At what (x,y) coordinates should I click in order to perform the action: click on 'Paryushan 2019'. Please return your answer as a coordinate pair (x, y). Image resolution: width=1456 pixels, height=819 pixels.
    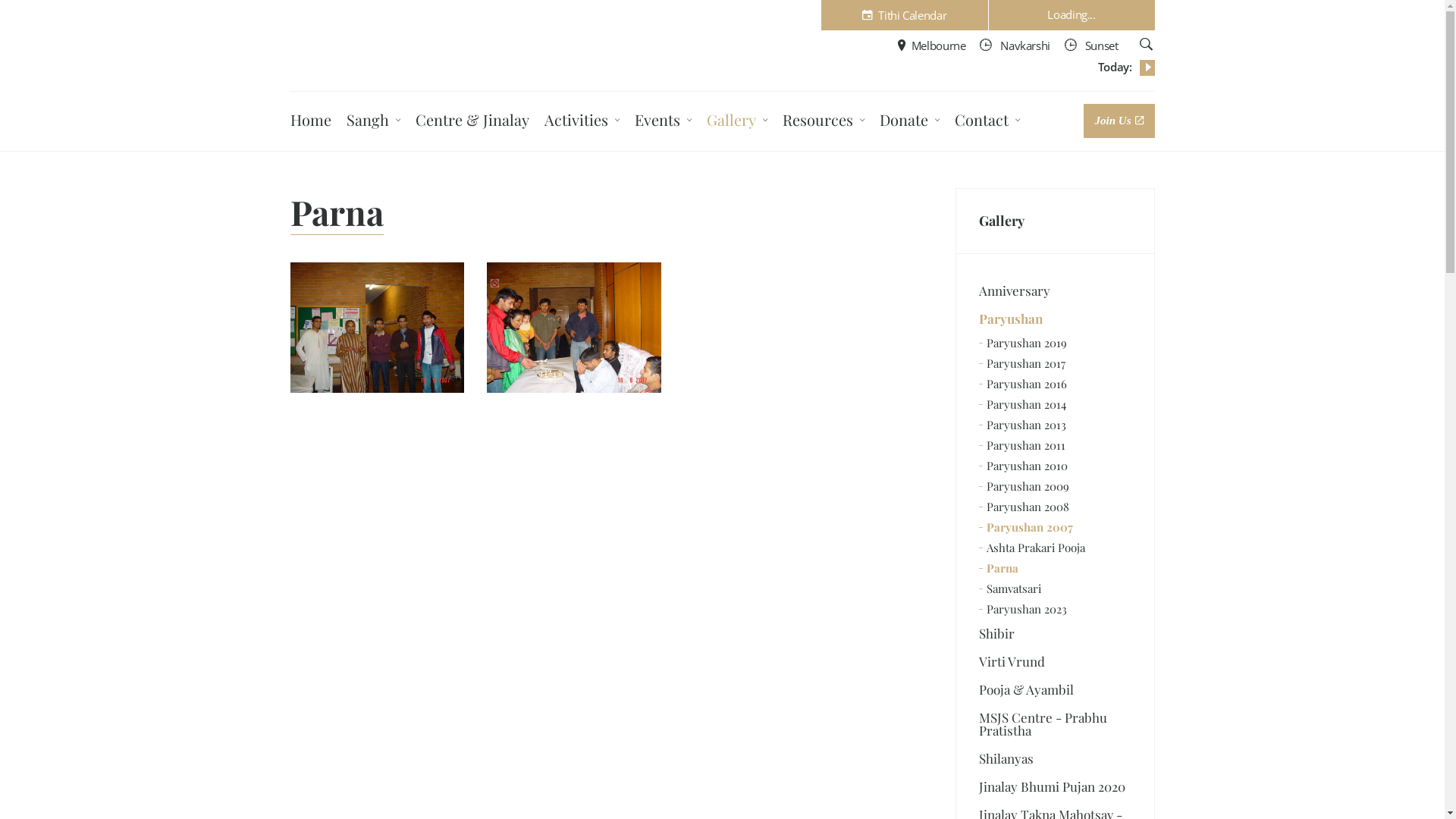
    Looking at the image, I should click on (979, 343).